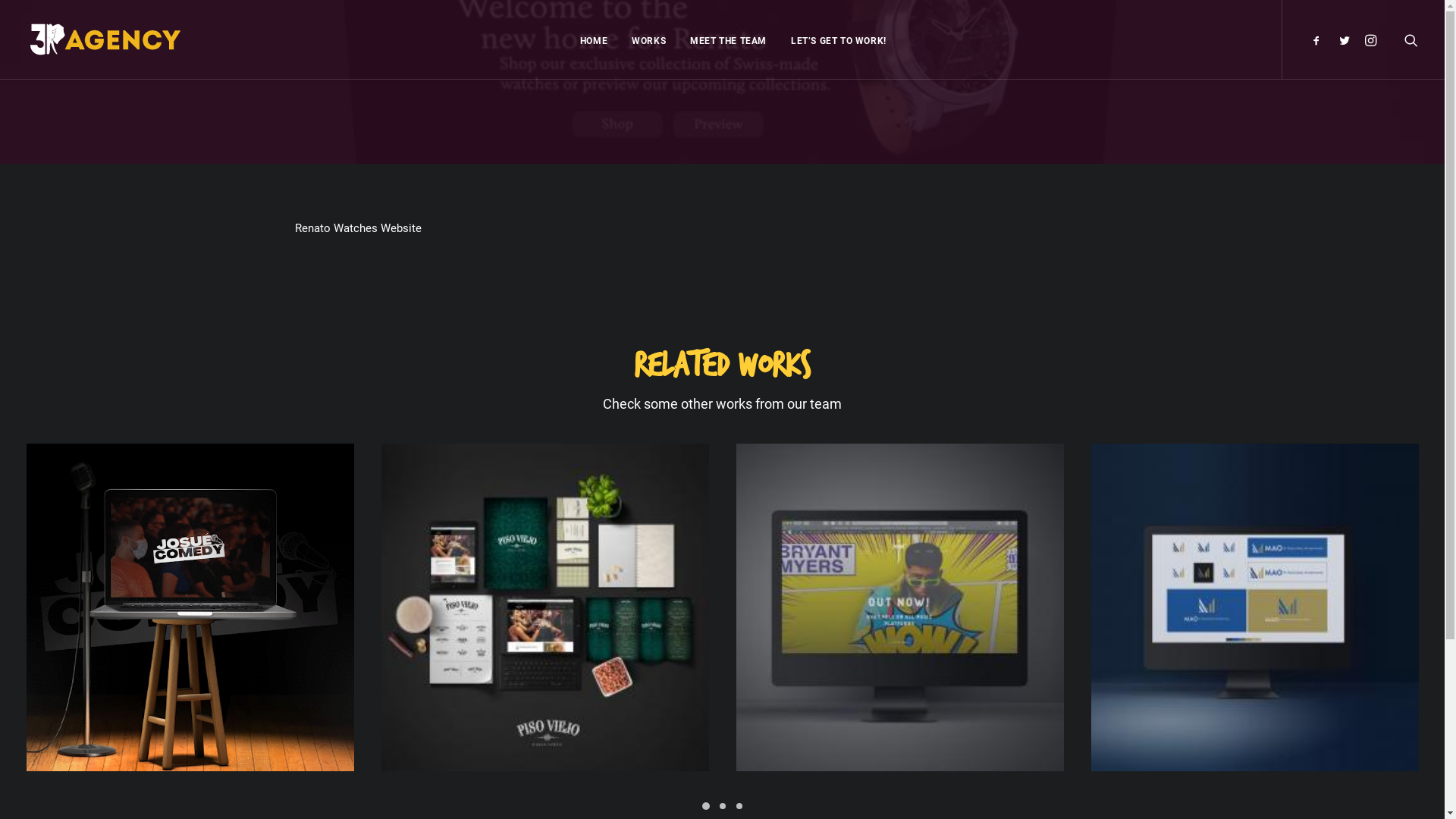 The width and height of the screenshot is (1456, 819). What do you see at coordinates (648, 38) in the screenshot?
I see `'WORKS'` at bounding box center [648, 38].